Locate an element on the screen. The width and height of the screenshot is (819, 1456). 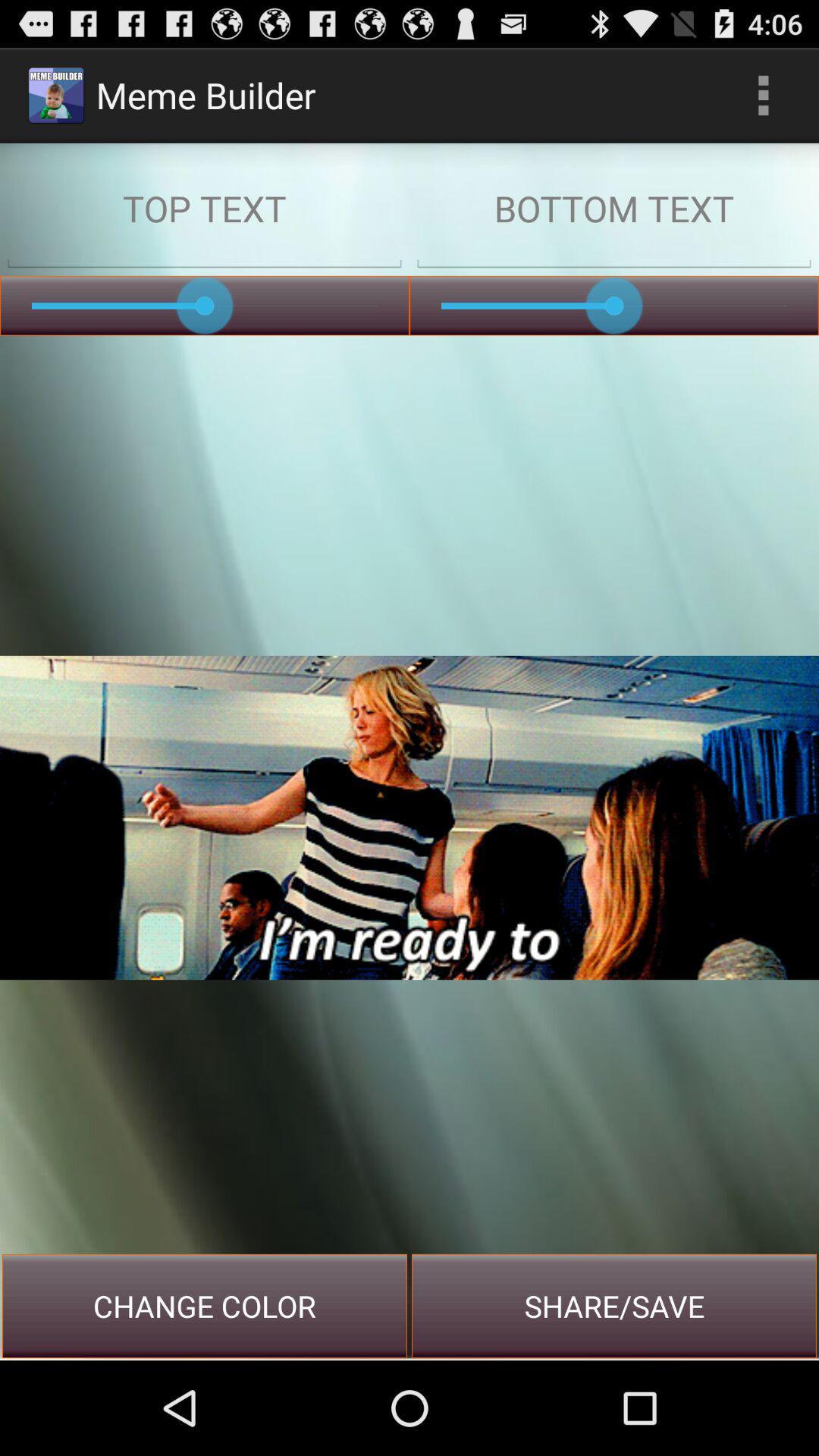
item next to the share/save is located at coordinates (205, 1305).